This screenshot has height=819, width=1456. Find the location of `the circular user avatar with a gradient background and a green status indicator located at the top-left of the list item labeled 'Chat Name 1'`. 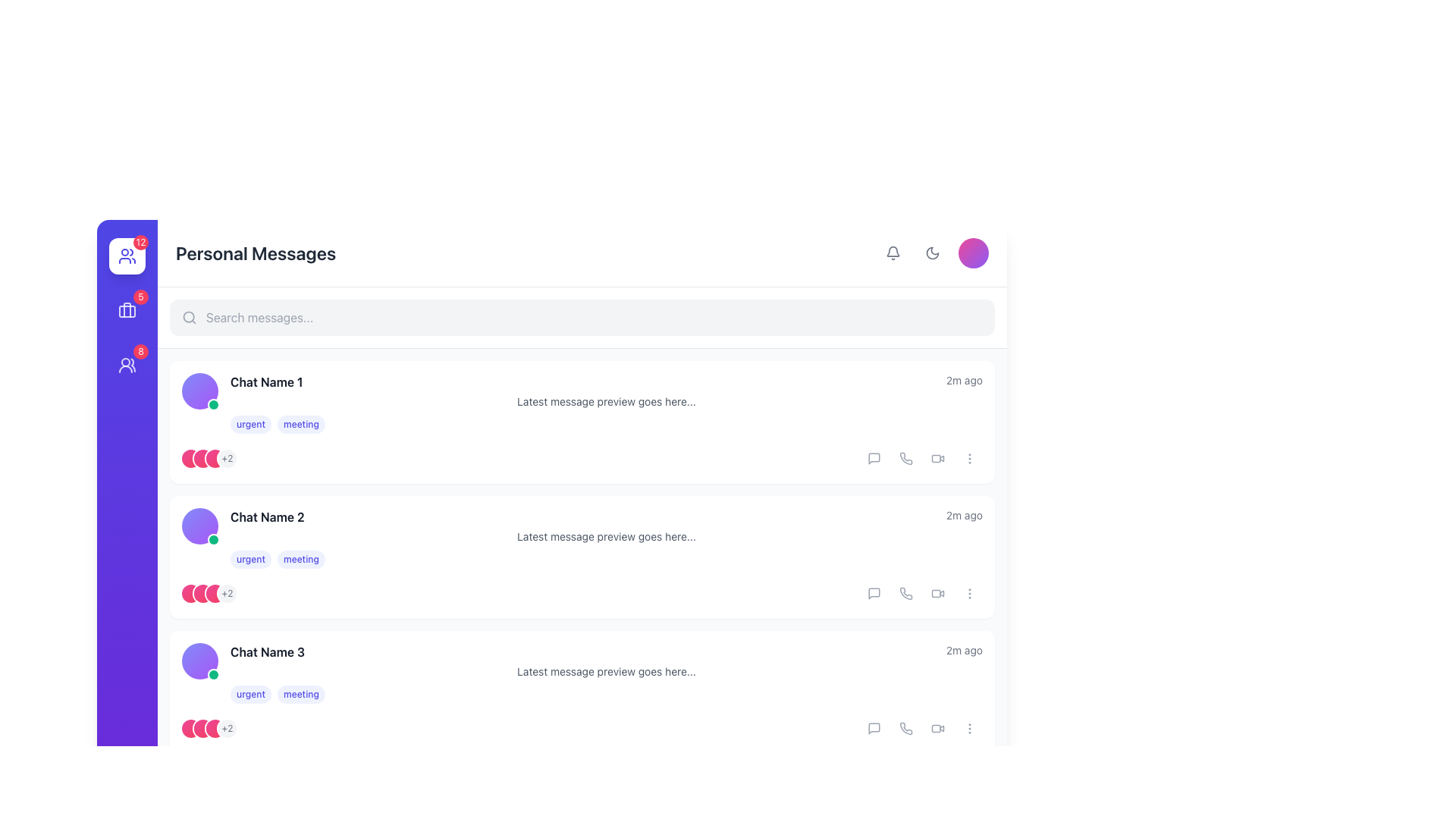

the circular user avatar with a gradient background and a green status indicator located at the top-left of the list item labeled 'Chat Name 1' is located at coordinates (199, 391).